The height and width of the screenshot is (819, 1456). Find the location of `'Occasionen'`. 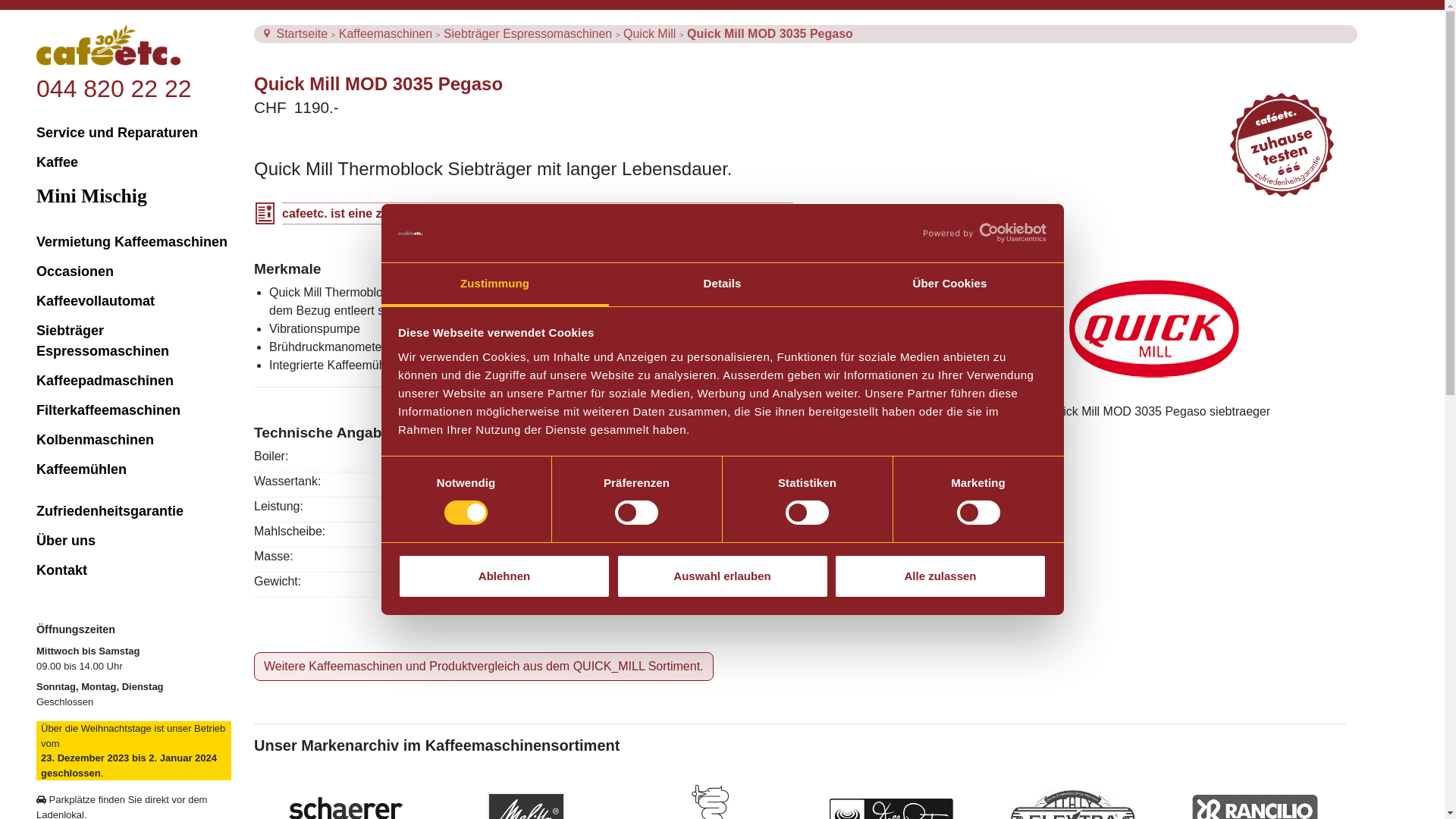

'Occasionen' is located at coordinates (133, 271).